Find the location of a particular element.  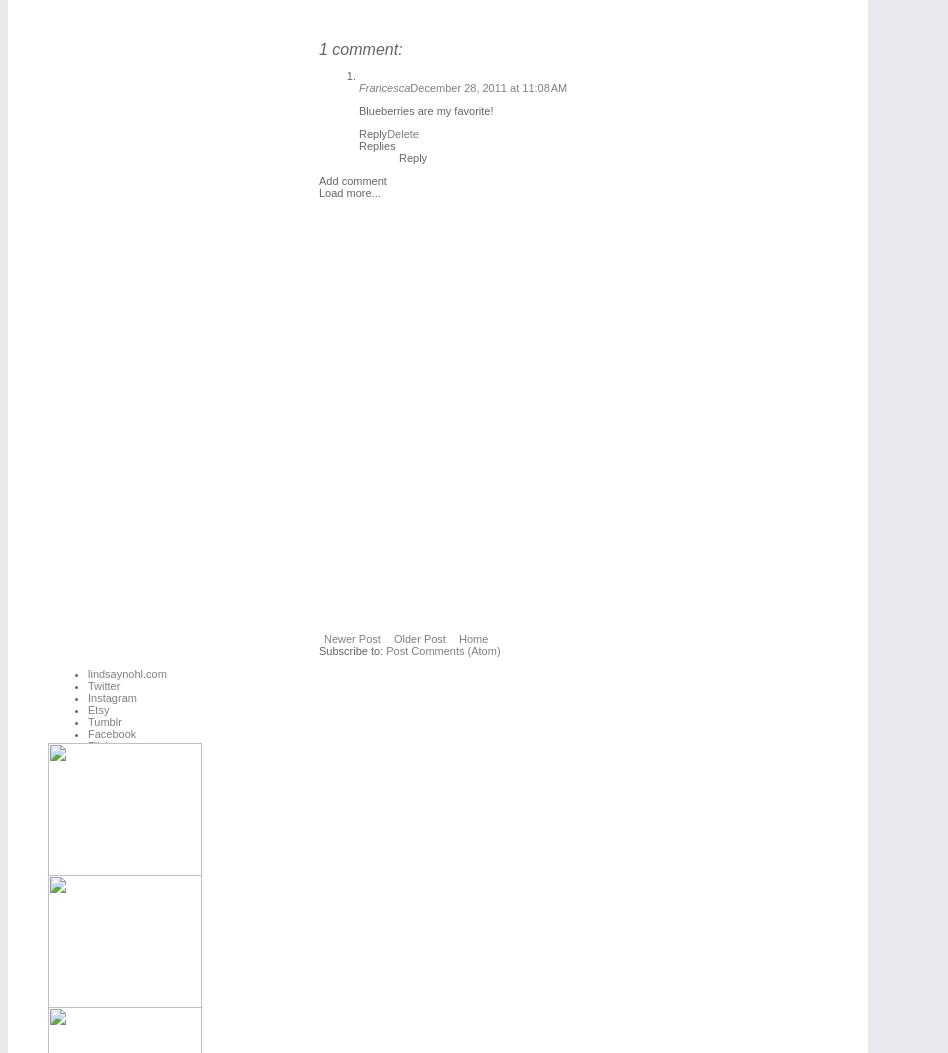

'Add comment' is located at coordinates (352, 180).